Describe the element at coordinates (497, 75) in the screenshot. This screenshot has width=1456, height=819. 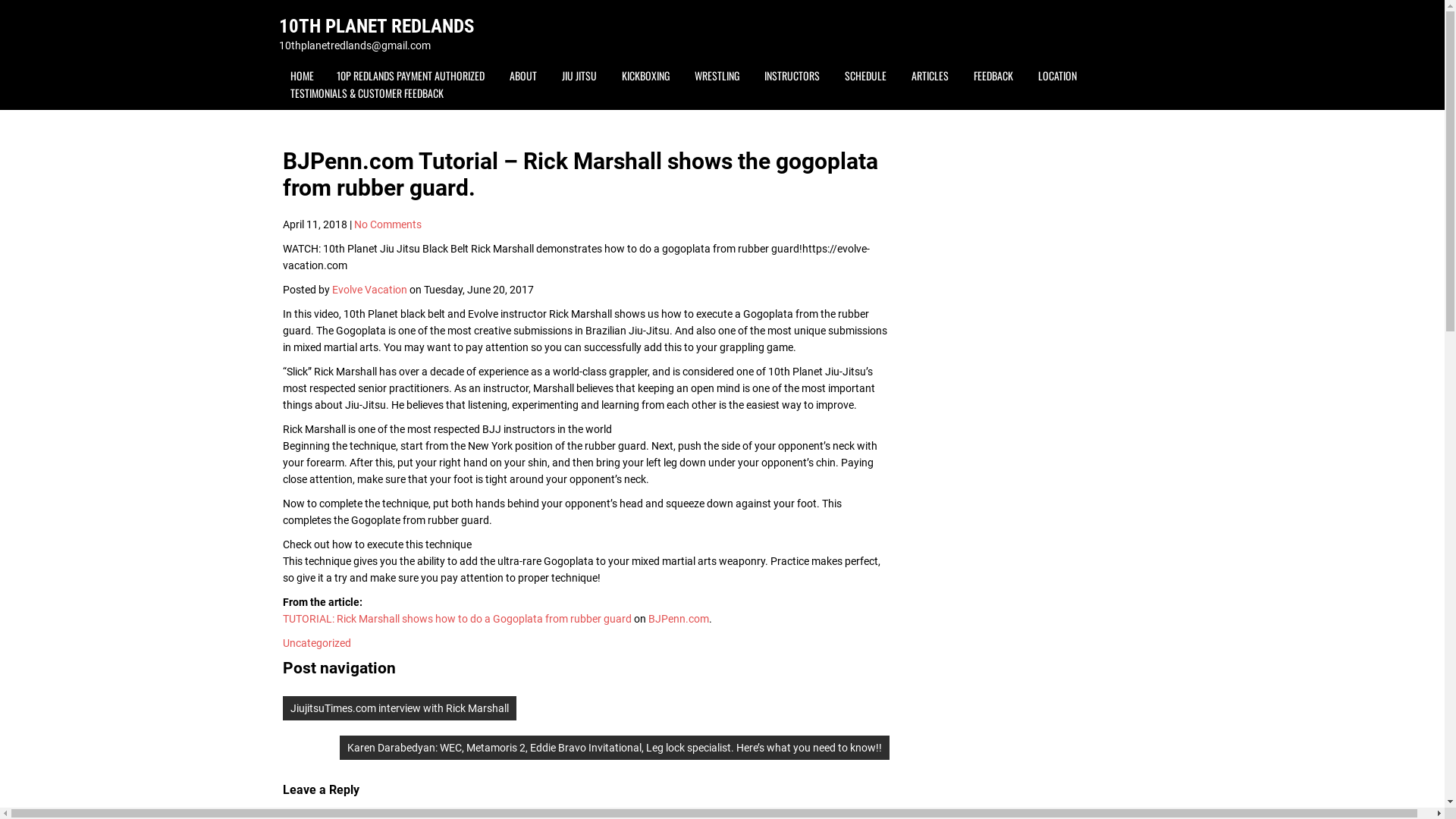
I see `'ABOUT'` at that location.